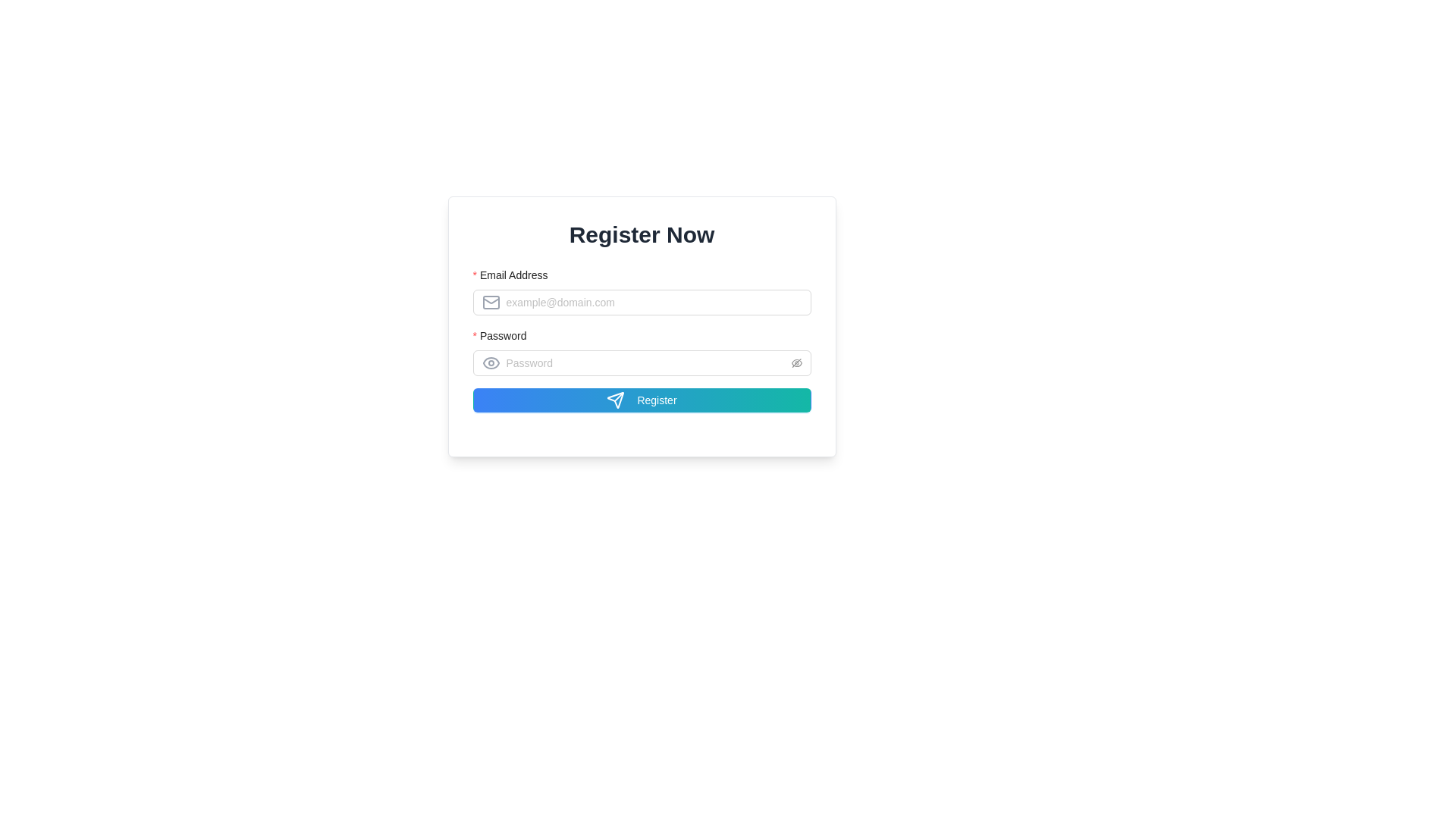 The width and height of the screenshot is (1456, 819). Describe the element at coordinates (642, 338) in the screenshot. I see `the input field associated with the 'Password' label, which is styled with a header-like font` at that location.